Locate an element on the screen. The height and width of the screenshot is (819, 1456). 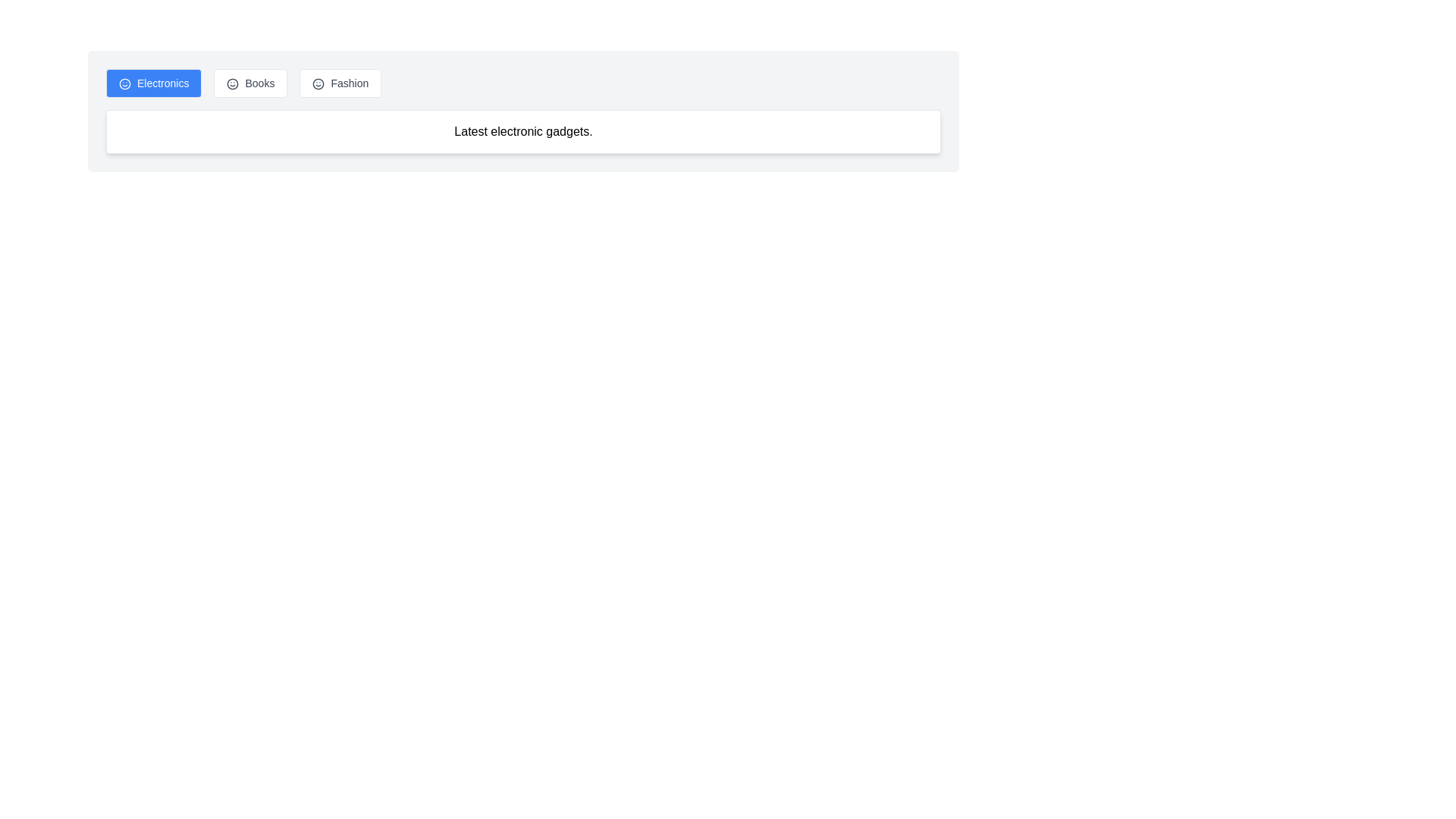
the SVG icon located within the blue button labeled 'Electronics', positioned to the left of the text 'Electronics' is located at coordinates (124, 84).